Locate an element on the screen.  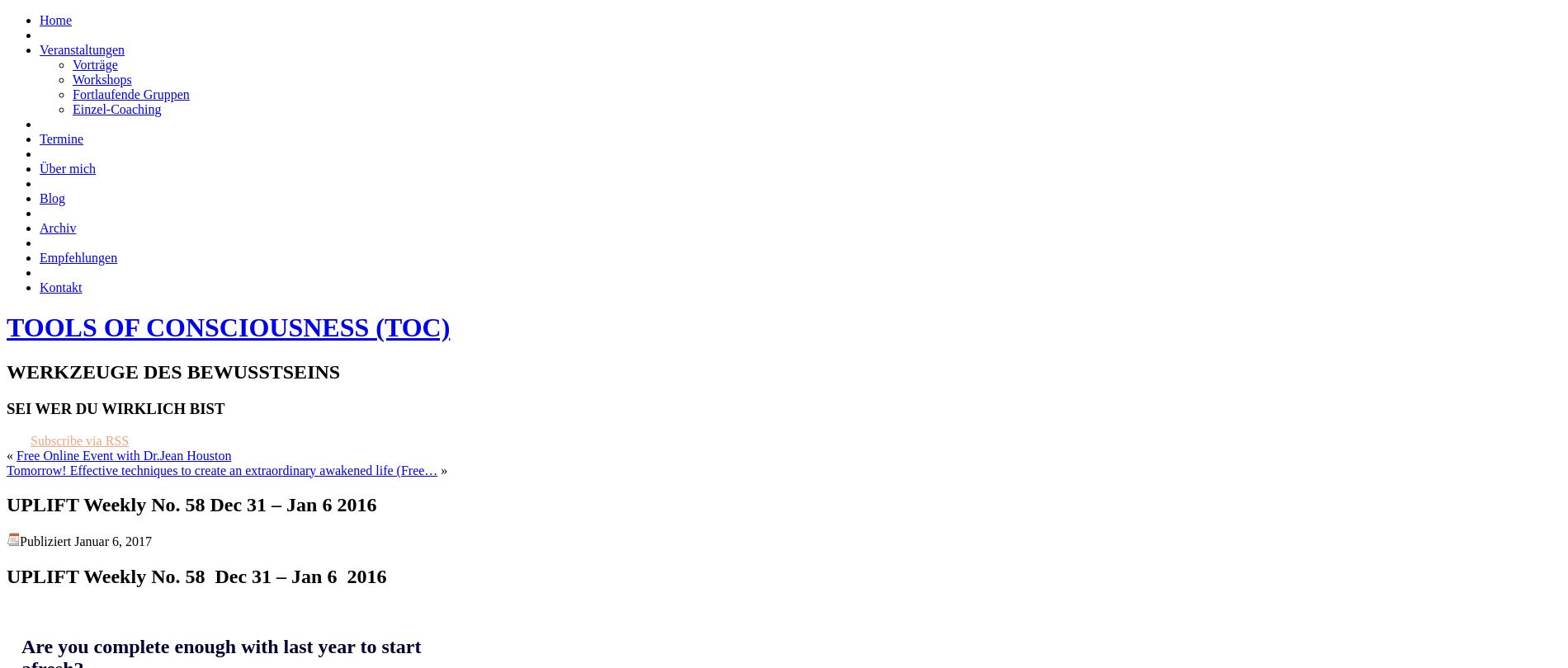
'Januar 6, 2017' is located at coordinates (74, 540).